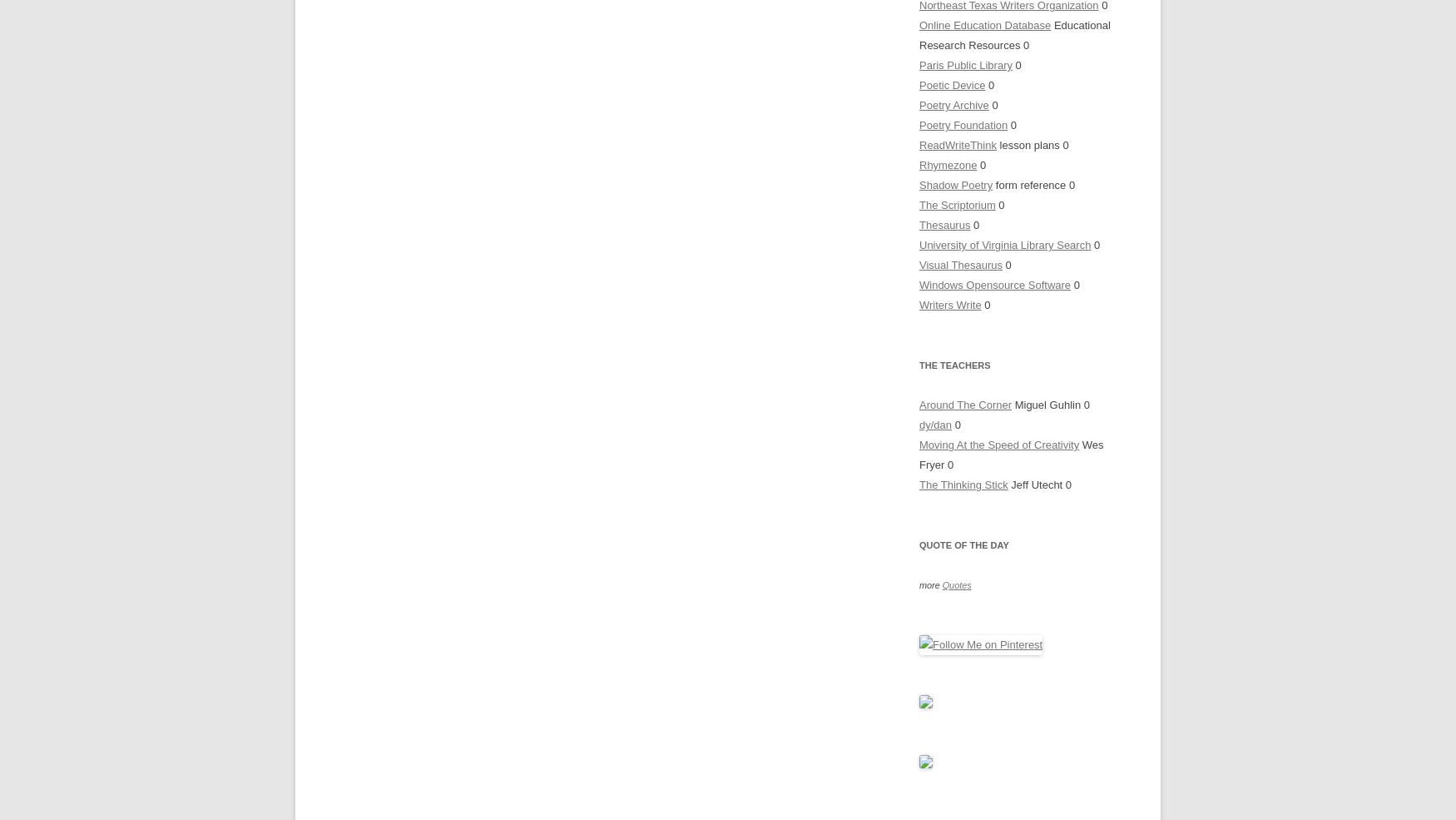  Describe the element at coordinates (949, 305) in the screenshot. I see `'Writers Write'` at that location.